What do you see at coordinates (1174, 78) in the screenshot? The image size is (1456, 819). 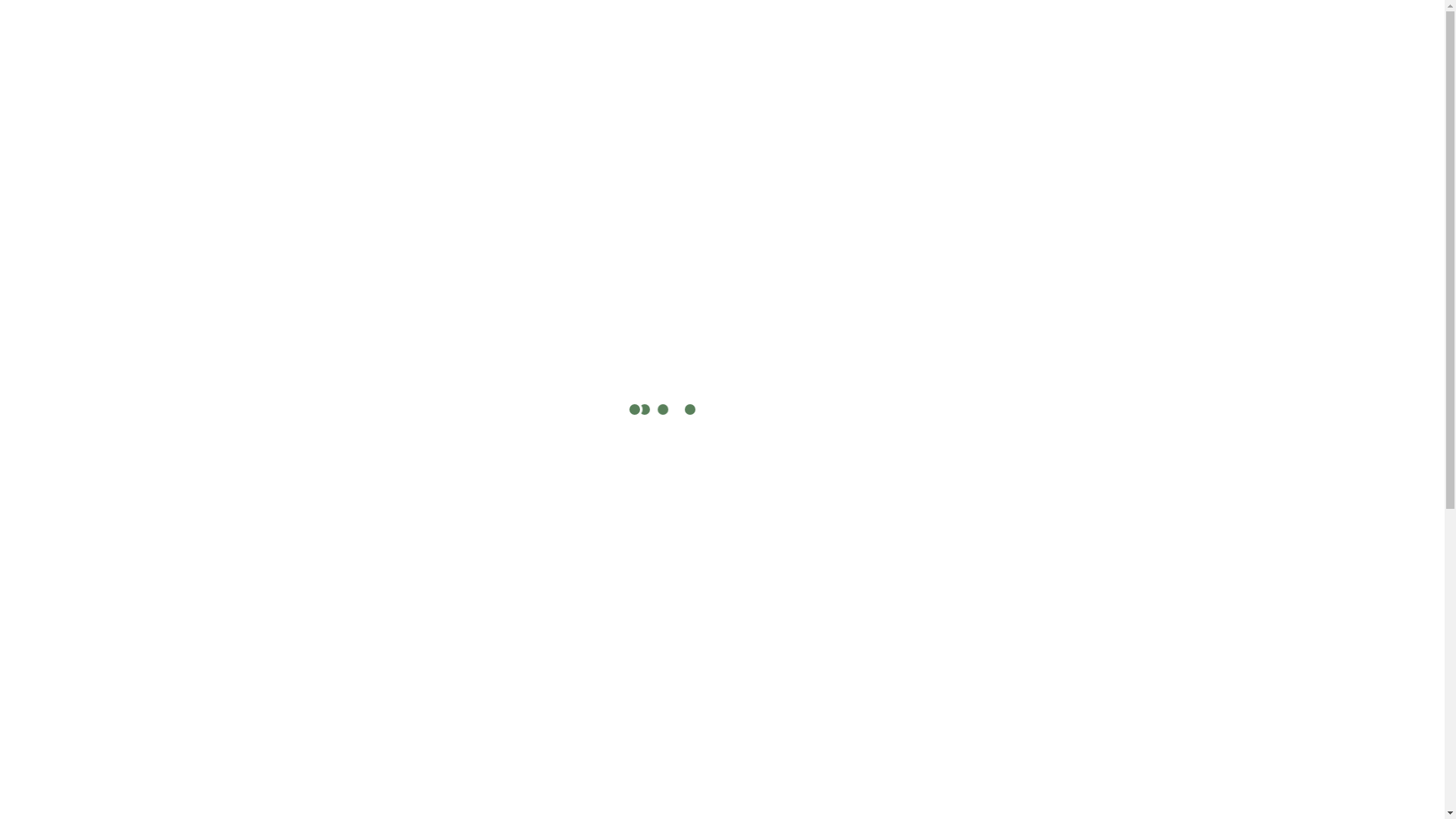 I see `'Custom Quote'` at bounding box center [1174, 78].